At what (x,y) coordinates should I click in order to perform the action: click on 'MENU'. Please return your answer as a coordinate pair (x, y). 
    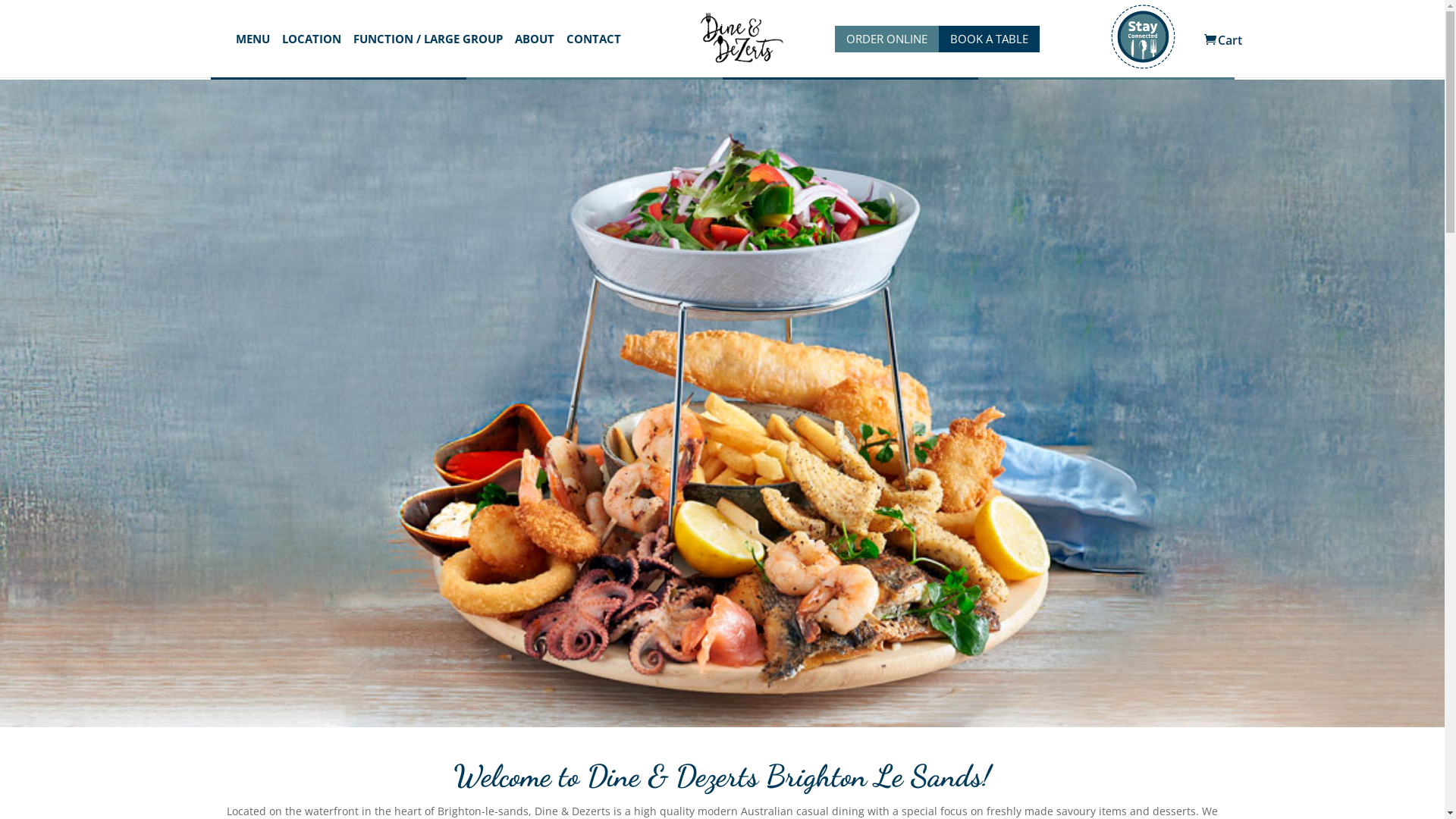
    Looking at the image, I should click on (234, 55).